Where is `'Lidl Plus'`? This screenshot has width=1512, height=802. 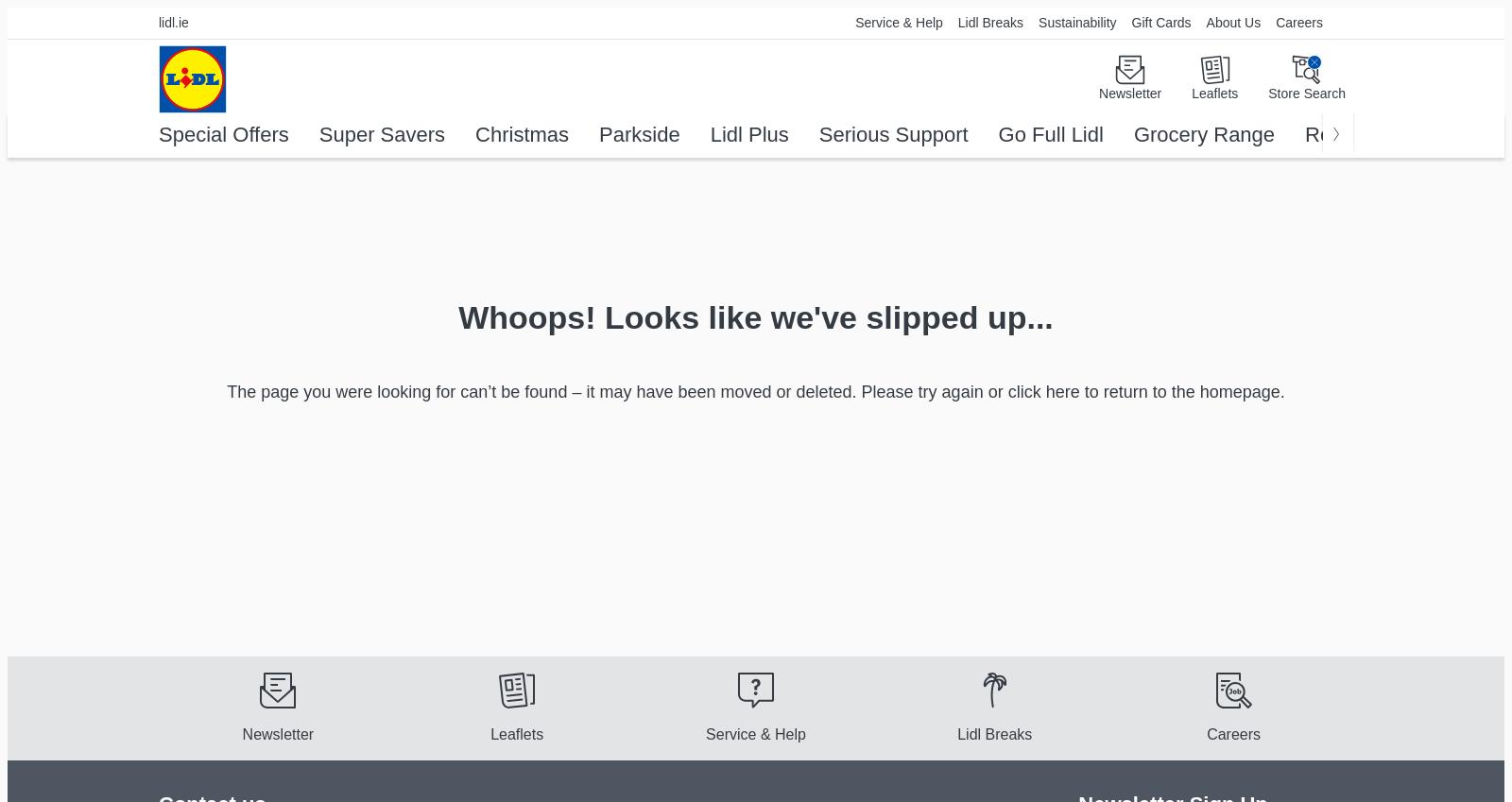 'Lidl Plus' is located at coordinates (748, 134).